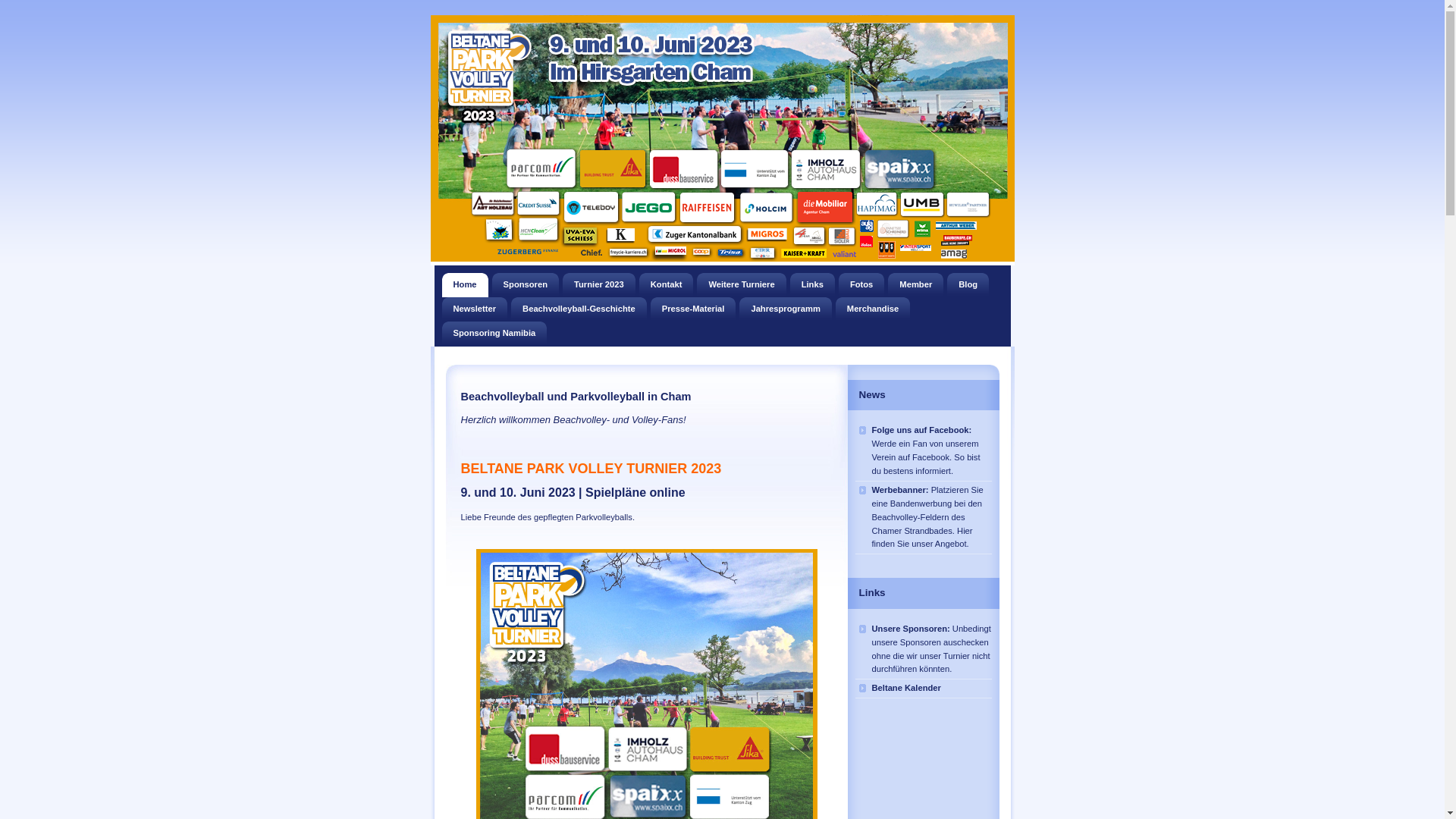  What do you see at coordinates (666, 284) in the screenshot?
I see `'Kontakt` at bounding box center [666, 284].